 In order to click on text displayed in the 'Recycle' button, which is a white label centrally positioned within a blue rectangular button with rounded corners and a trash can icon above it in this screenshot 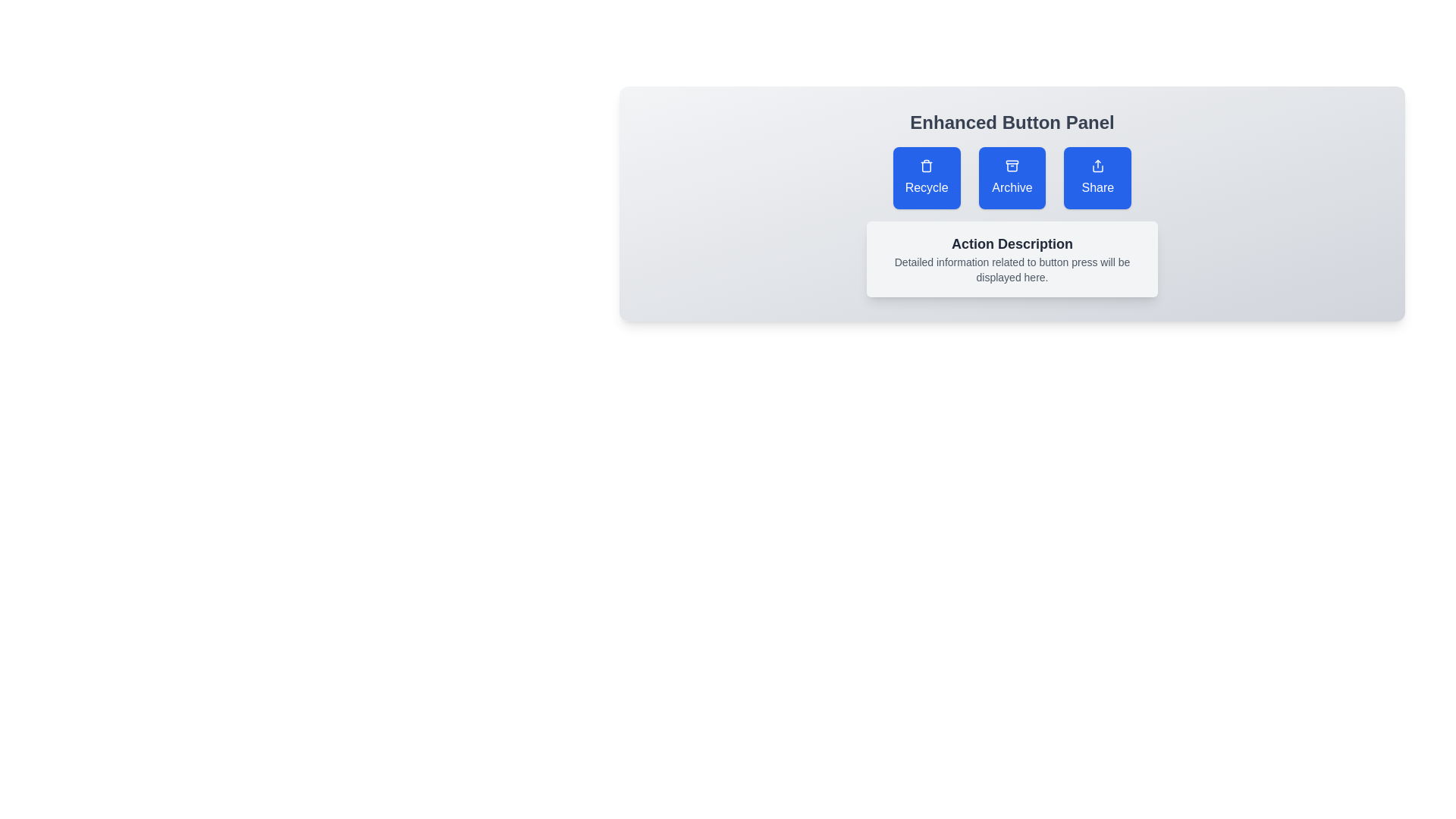, I will do `click(926, 187)`.